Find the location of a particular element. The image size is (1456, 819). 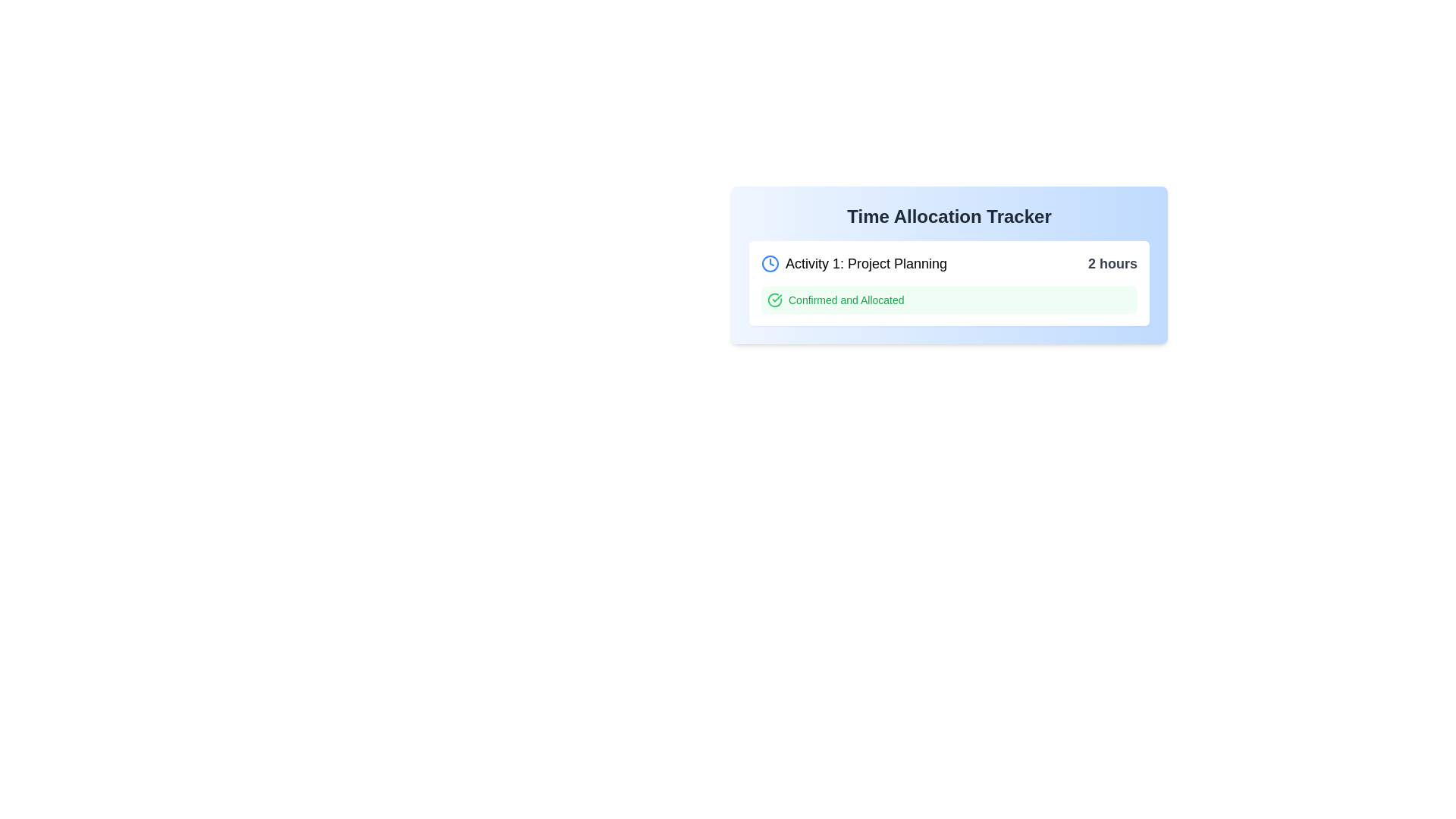

the informational label with a green check icon and the text 'Confirmed and Allocated', located below 'Activity 1: Project Planning' and '2 hours' is located at coordinates (949, 300).